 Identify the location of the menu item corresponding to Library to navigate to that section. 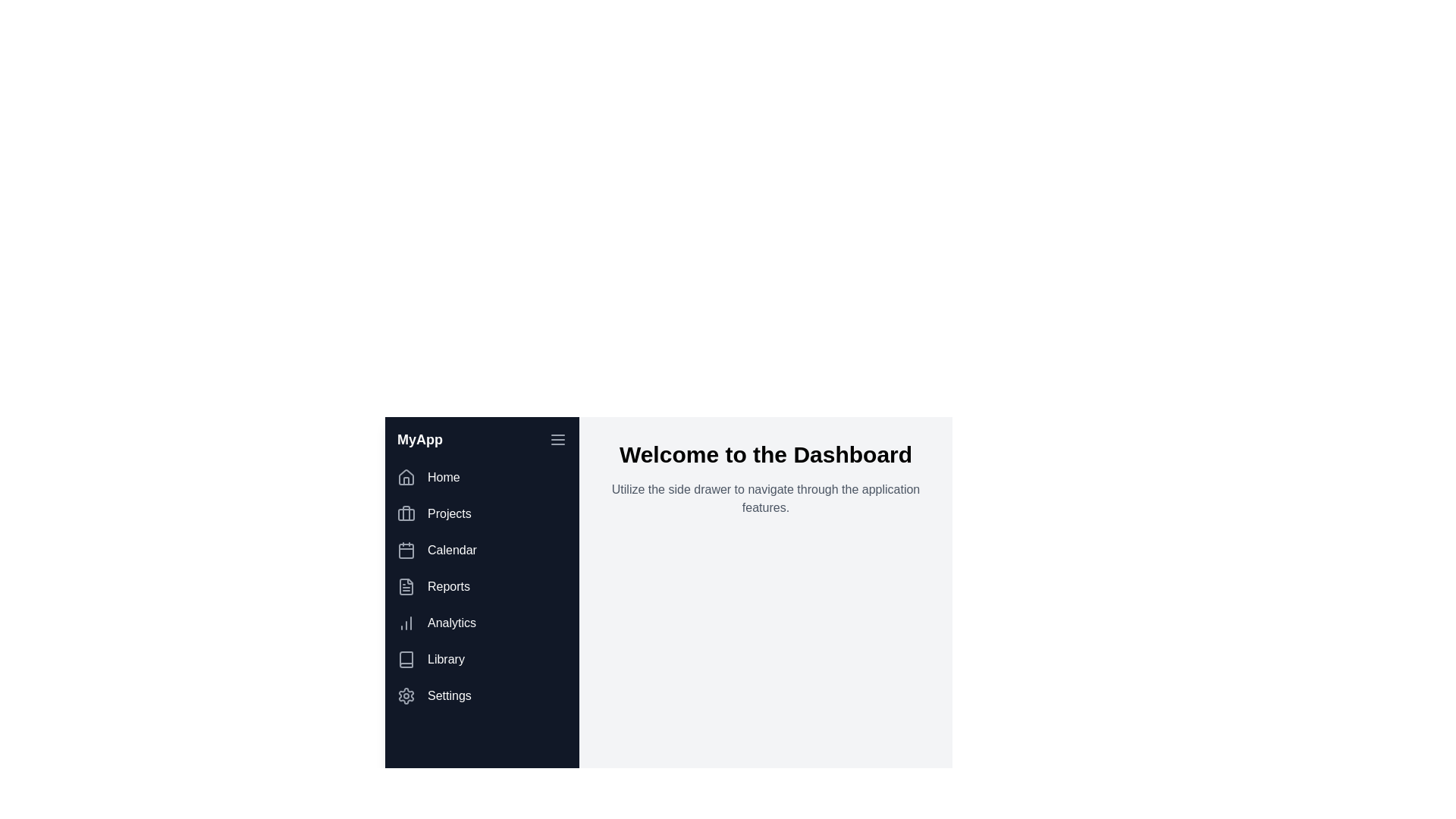
(481, 659).